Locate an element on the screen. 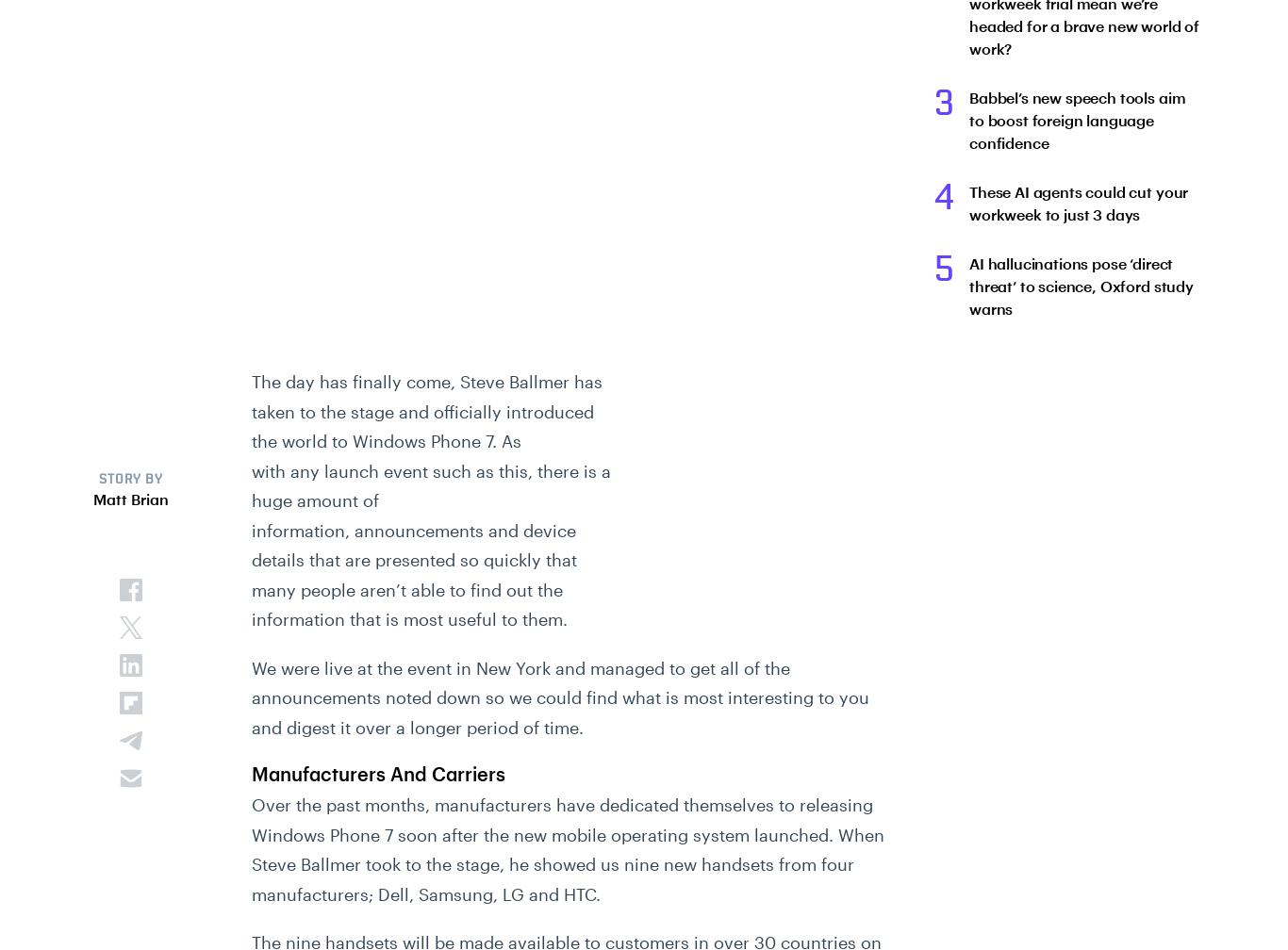 This screenshot has height=950, width=1288. 'Babbel’s new speech tools aim to boost foreign language confidence' is located at coordinates (1077, 120).